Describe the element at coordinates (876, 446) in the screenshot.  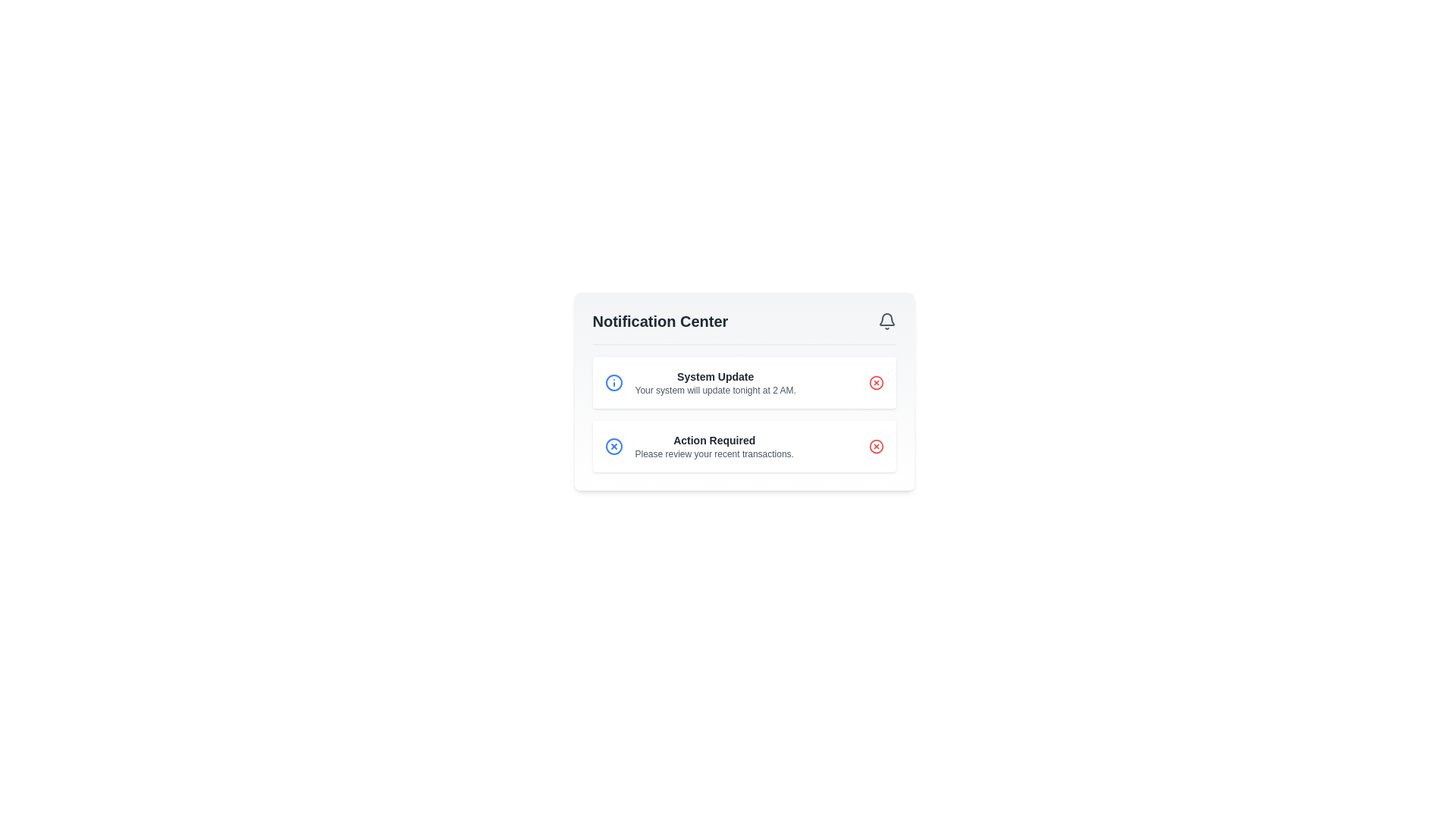
I see `the Interactive icon button located at the top-right corner of the 'Action Required' notification card` at that location.